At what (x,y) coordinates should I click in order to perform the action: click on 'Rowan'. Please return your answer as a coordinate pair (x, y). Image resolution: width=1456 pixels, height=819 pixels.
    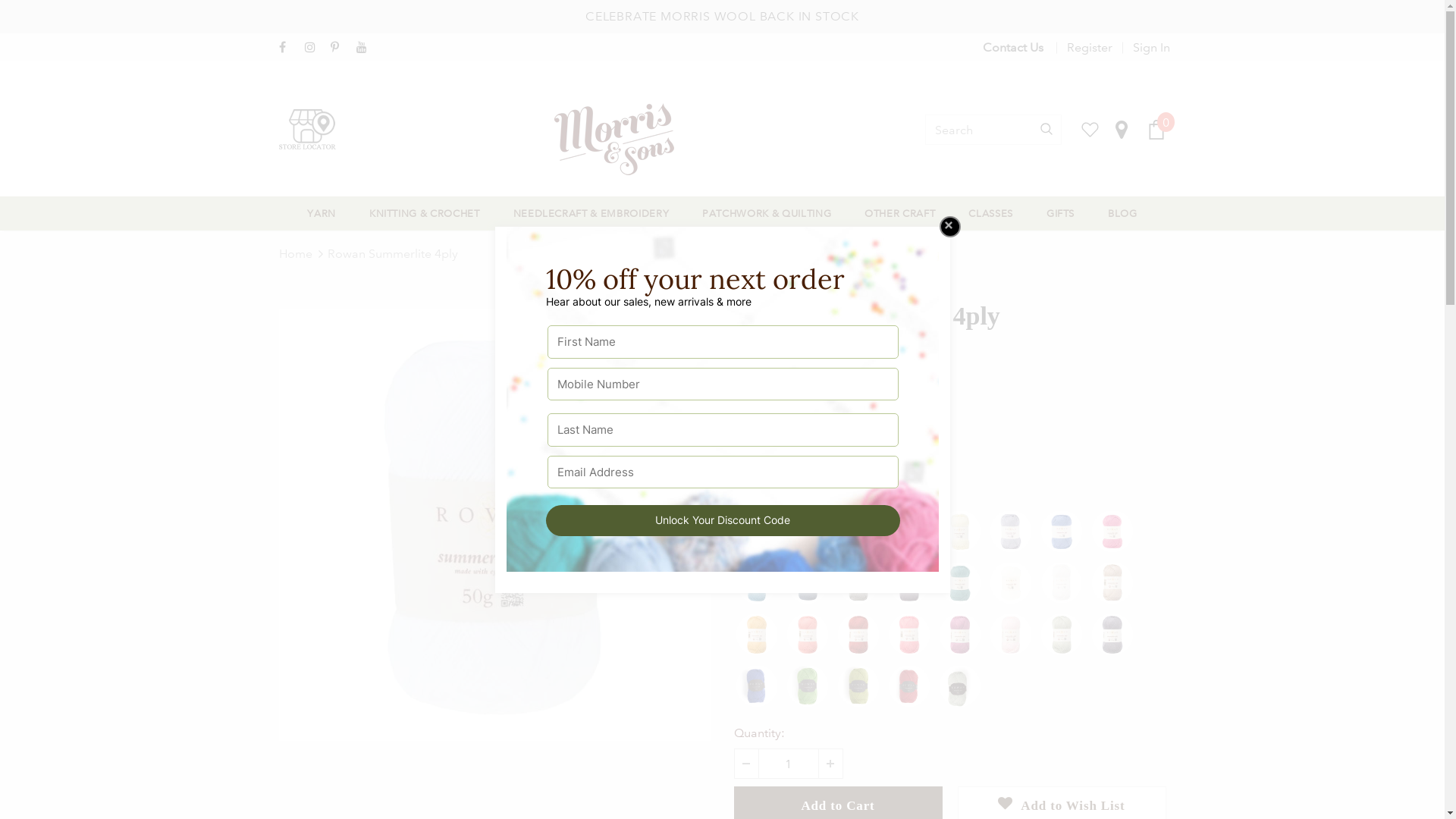
    Looking at the image, I should click on (829, 351).